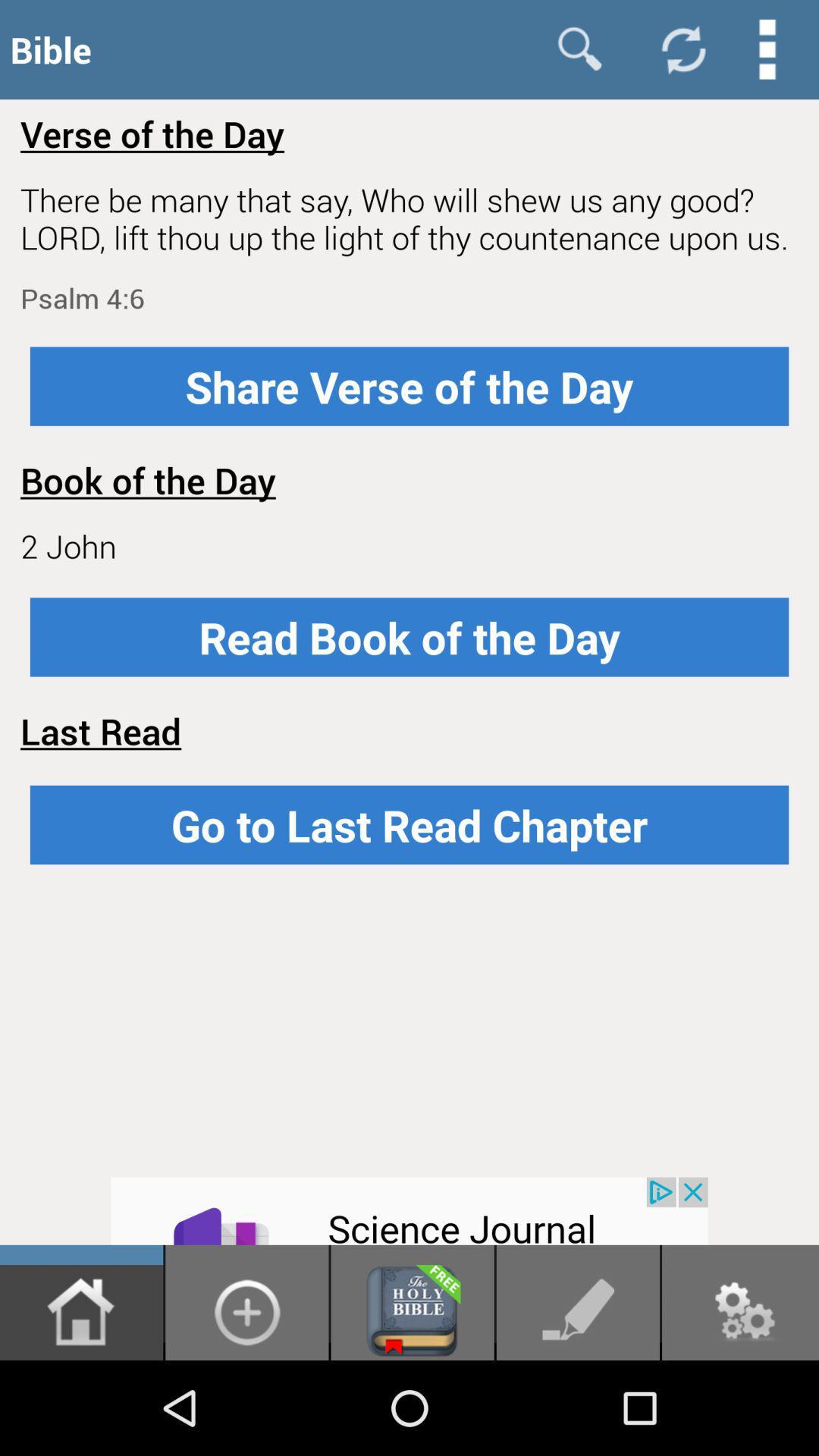 The image size is (819, 1456). Describe the element at coordinates (739, 1404) in the screenshot. I see `the settings icon` at that location.